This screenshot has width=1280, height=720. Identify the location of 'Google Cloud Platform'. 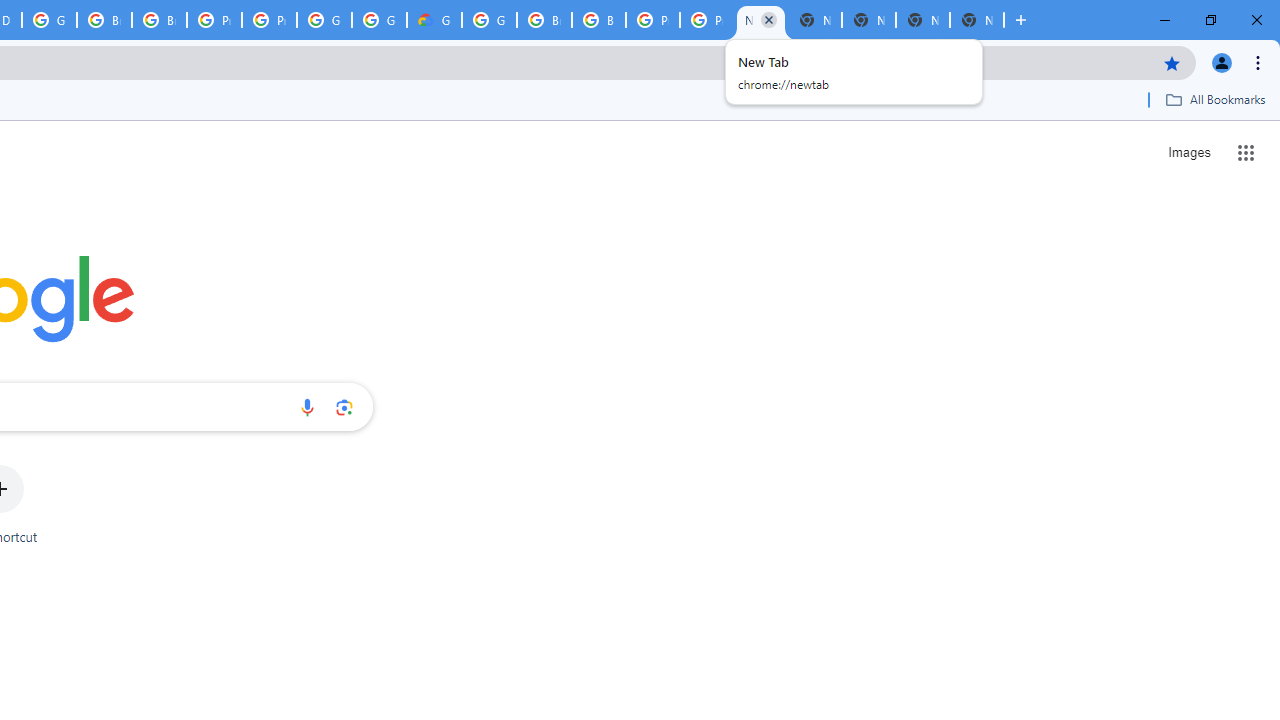
(489, 20).